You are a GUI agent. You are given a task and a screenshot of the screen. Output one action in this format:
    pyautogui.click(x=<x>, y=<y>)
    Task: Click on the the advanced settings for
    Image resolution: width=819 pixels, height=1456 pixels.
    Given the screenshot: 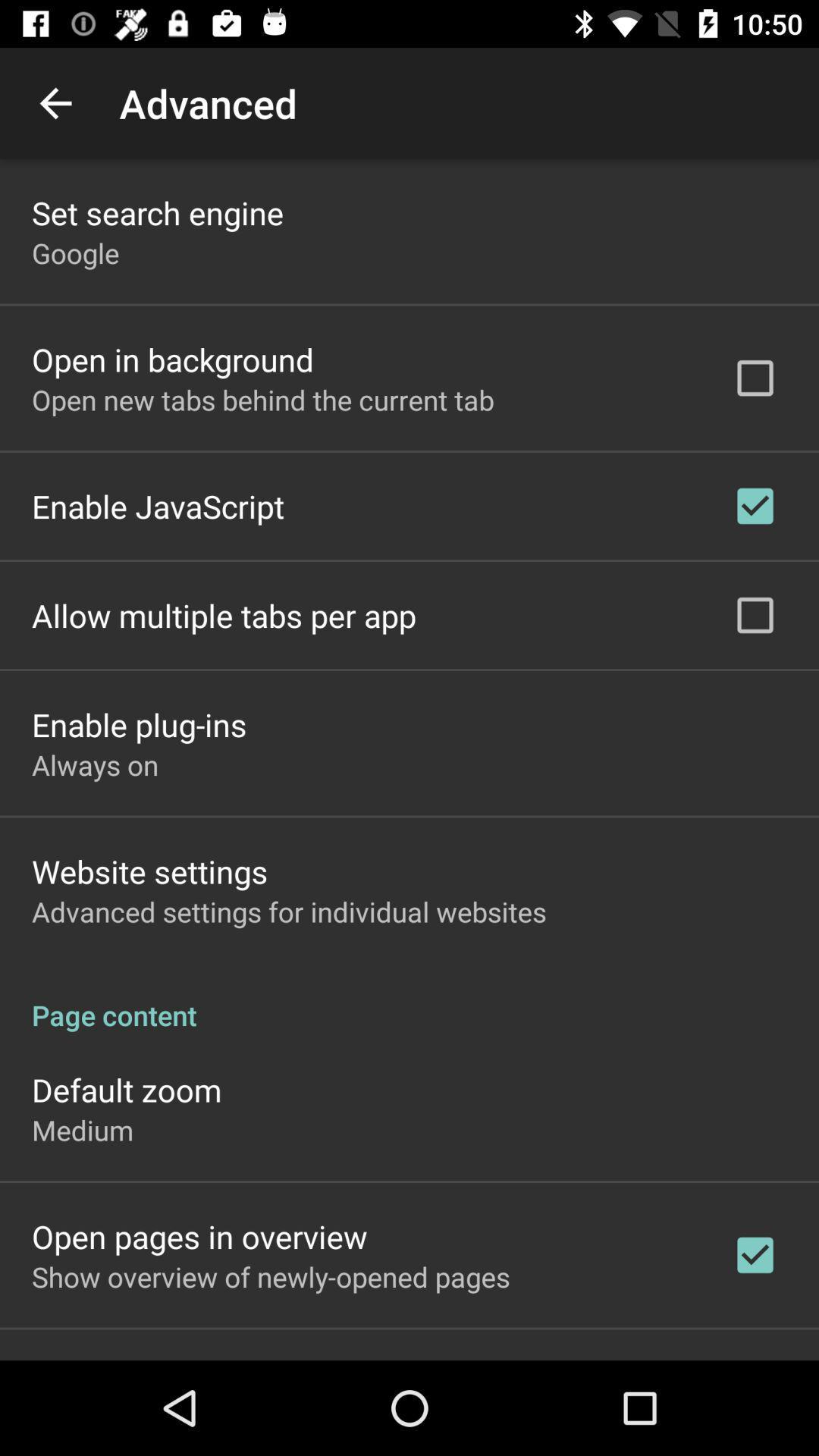 What is the action you would take?
    pyautogui.click(x=289, y=911)
    